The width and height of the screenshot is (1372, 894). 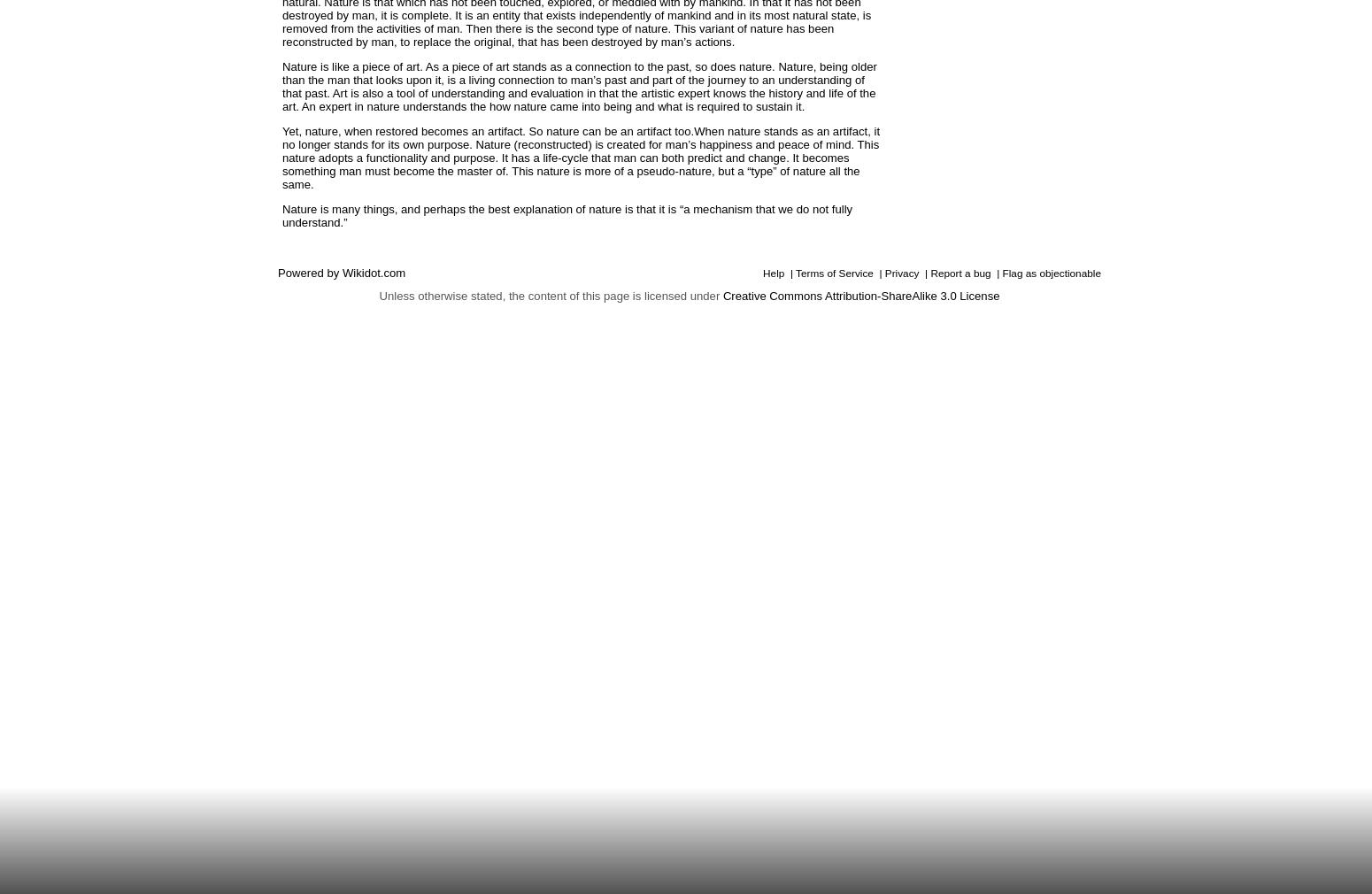 I want to click on 'Help', so click(x=762, y=273).